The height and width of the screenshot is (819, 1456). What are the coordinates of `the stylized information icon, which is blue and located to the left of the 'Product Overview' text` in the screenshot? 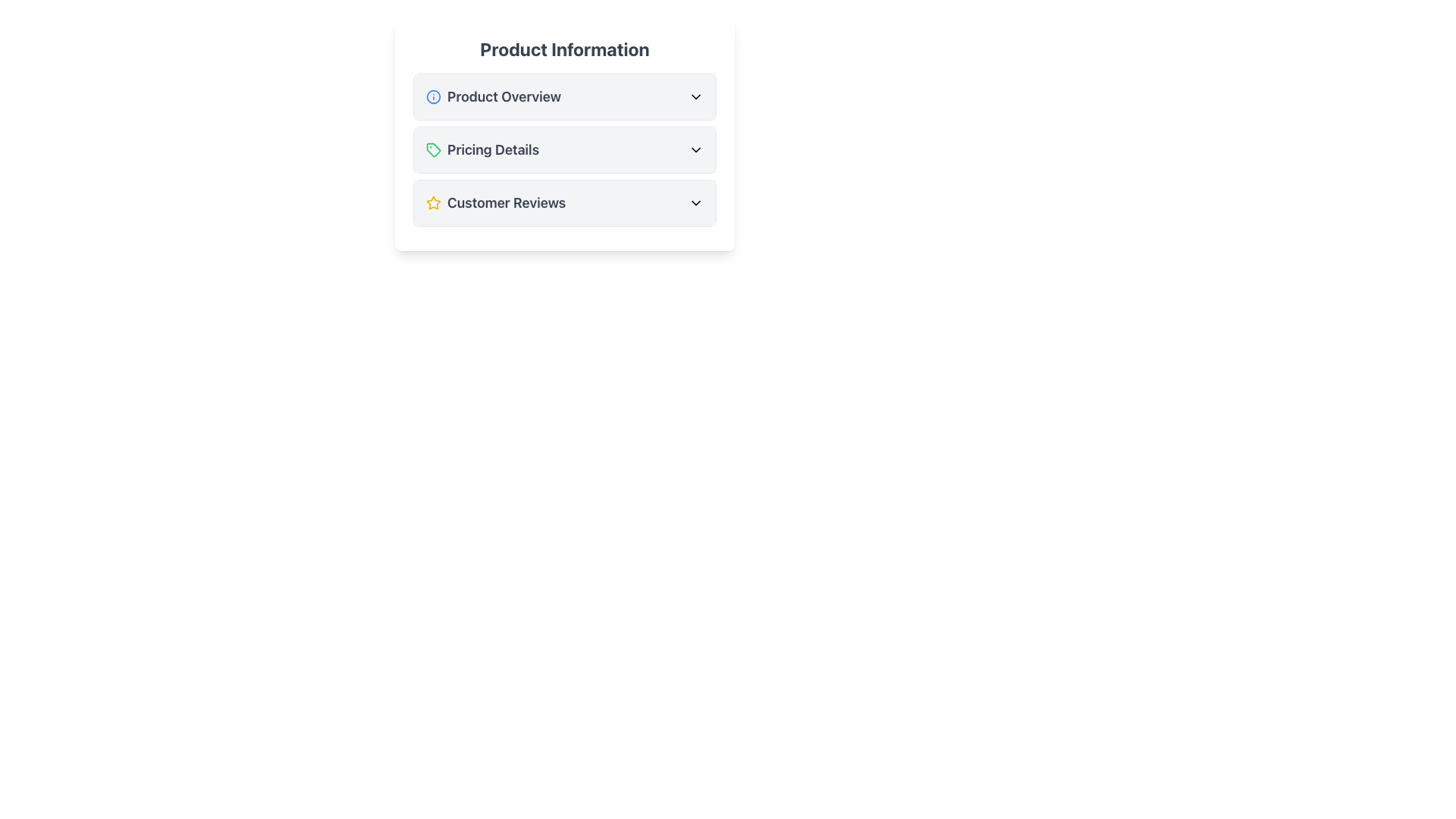 It's located at (432, 96).